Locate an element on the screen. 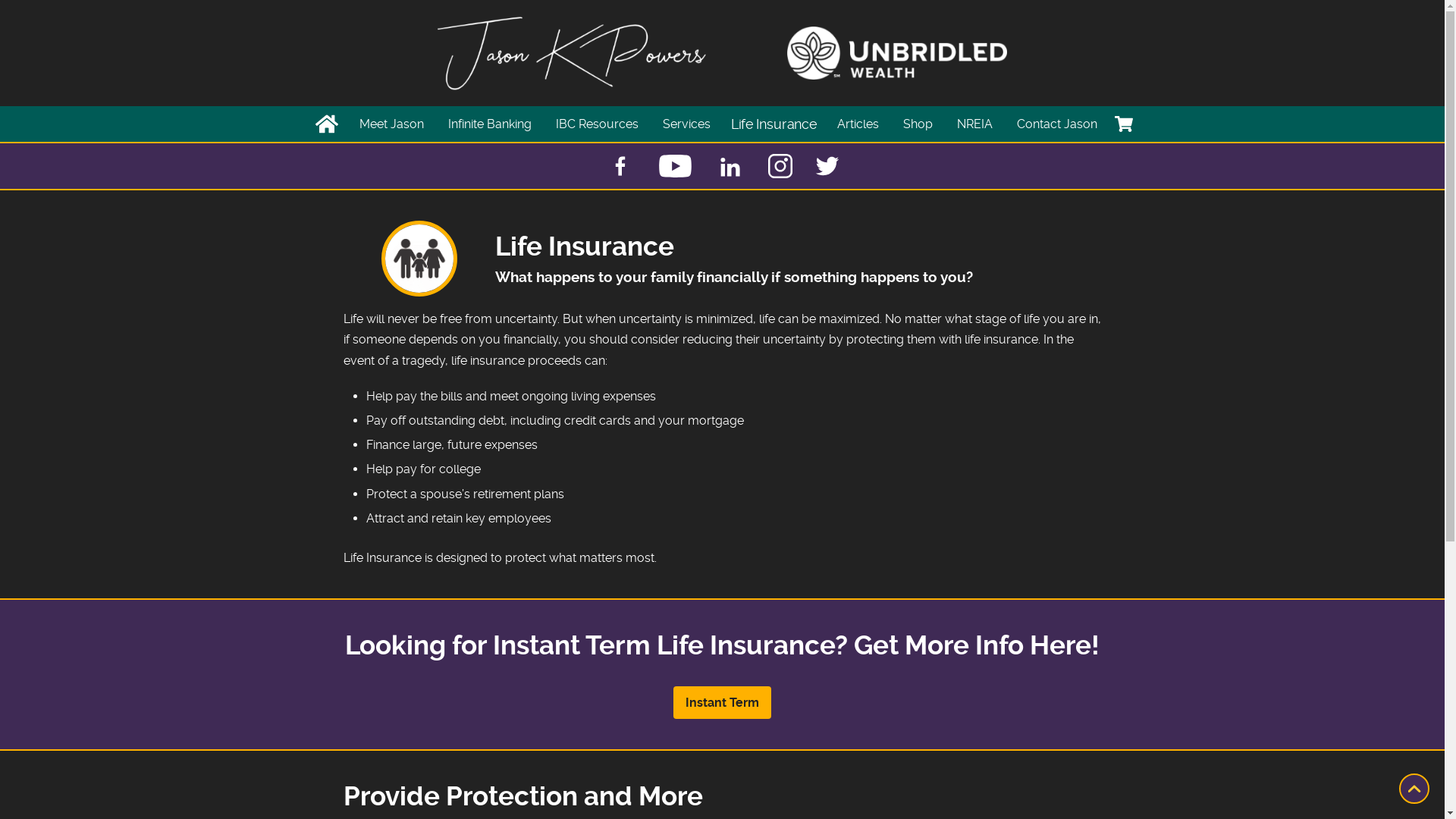 The image size is (1456, 819). 'Instant Term' is located at coordinates (721, 702).